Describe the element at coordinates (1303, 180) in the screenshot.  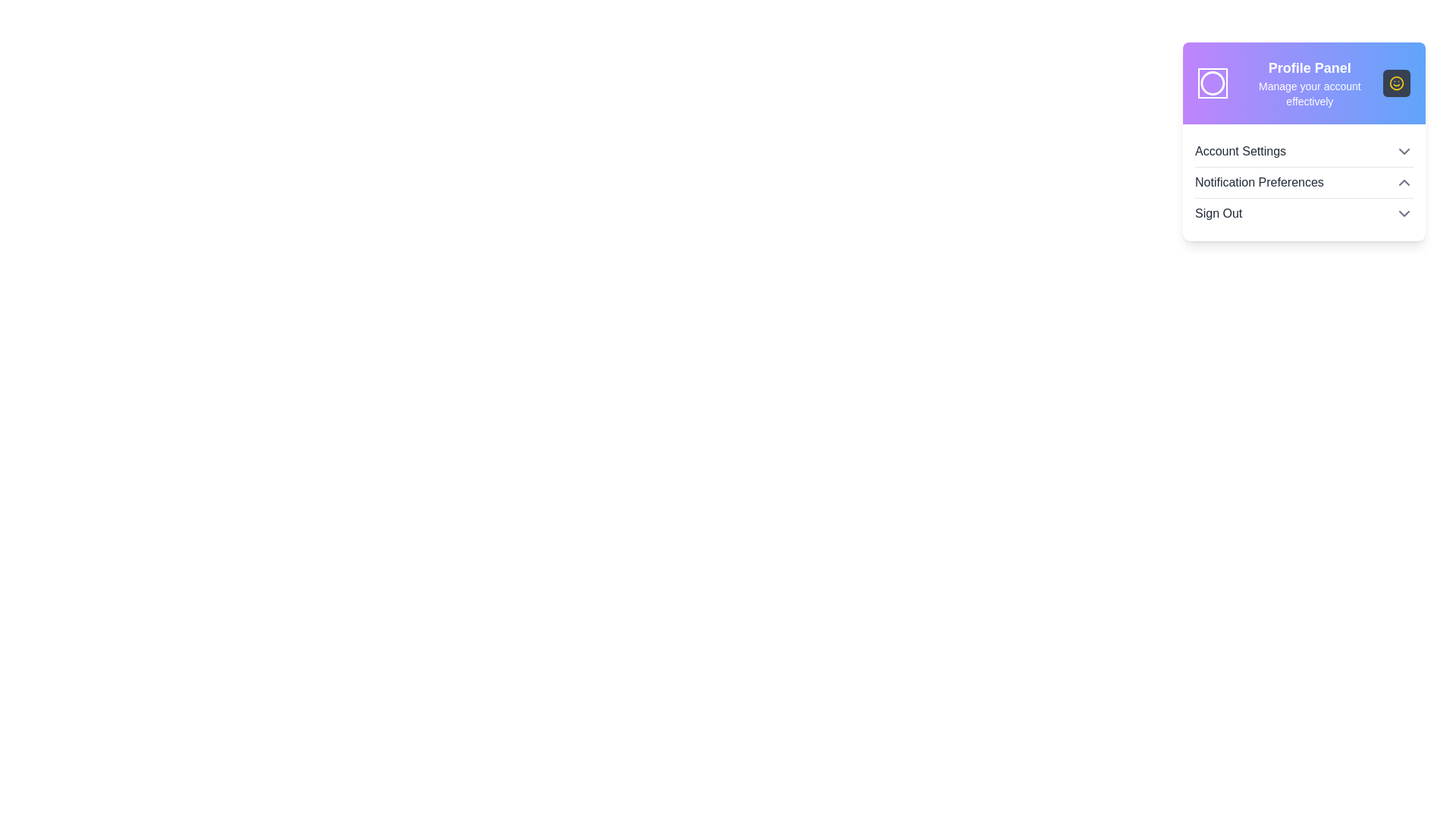
I see `the 'Notification Preferences' interactive list item` at that location.